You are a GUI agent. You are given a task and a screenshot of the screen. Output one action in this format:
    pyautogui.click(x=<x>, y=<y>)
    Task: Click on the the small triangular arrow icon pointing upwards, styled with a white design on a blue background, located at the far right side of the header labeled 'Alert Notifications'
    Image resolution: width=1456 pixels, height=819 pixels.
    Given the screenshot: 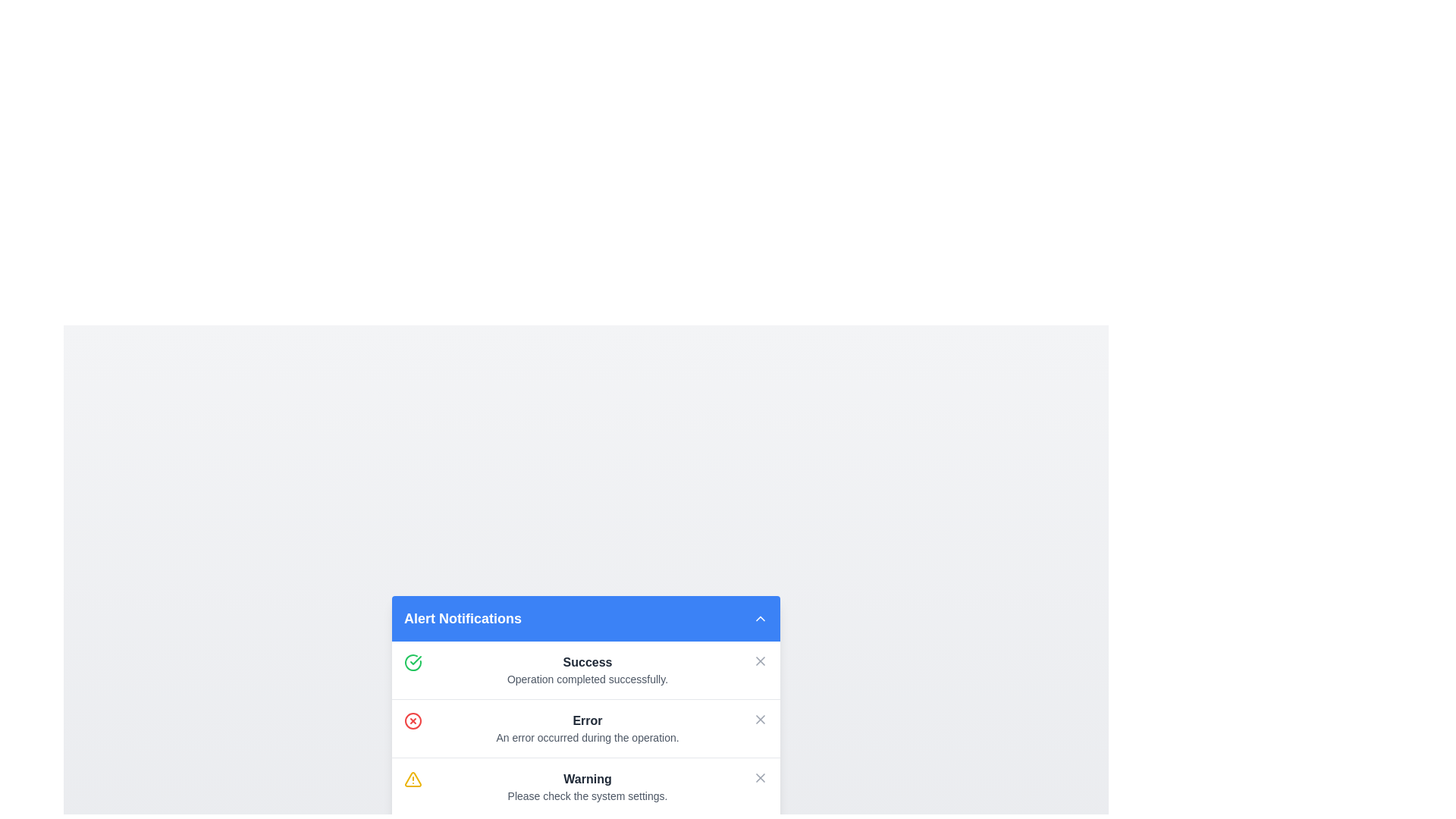 What is the action you would take?
    pyautogui.click(x=761, y=617)
    